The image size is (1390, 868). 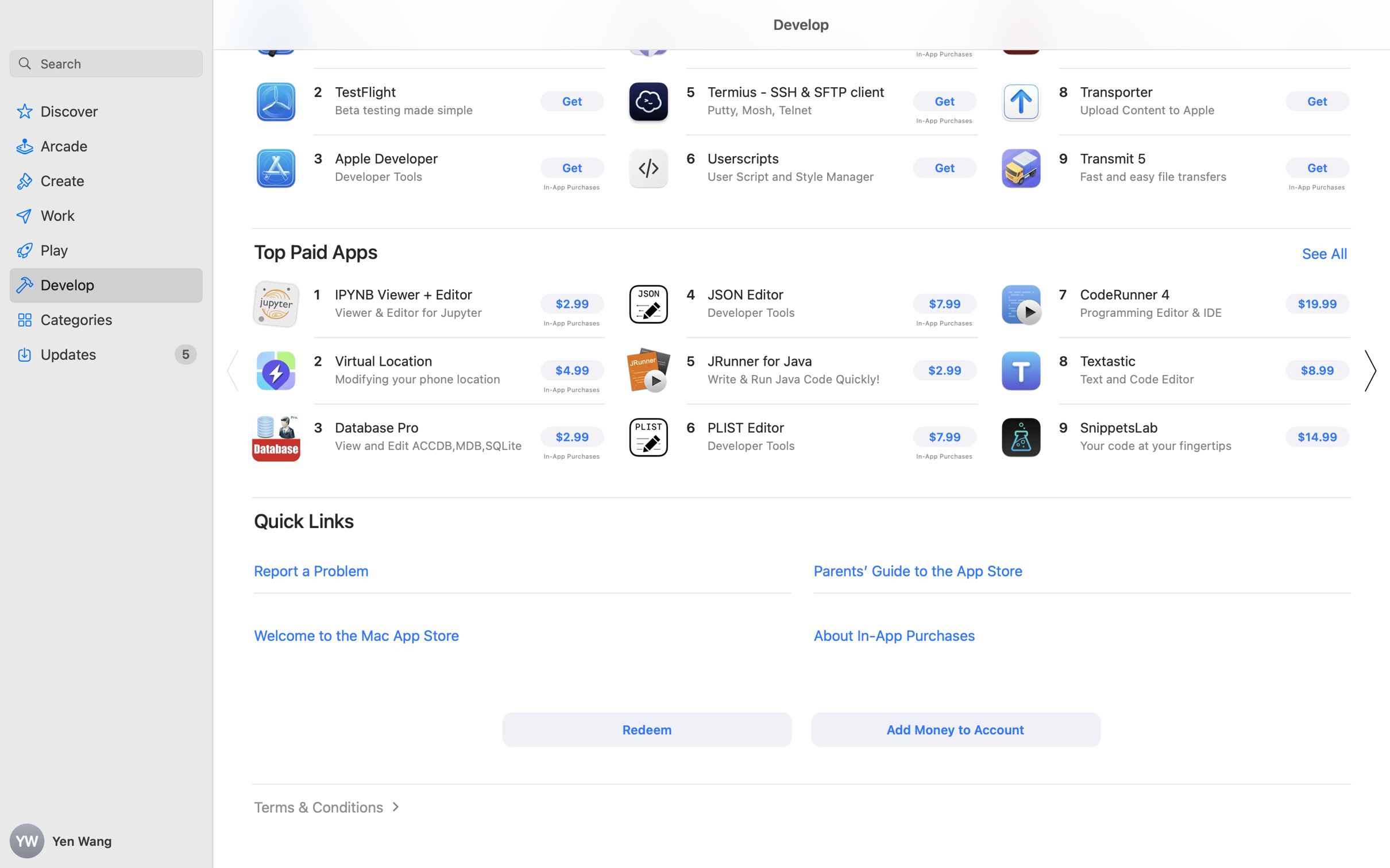 I want to click on 'Yen Wang', so click(x=106, y=841).